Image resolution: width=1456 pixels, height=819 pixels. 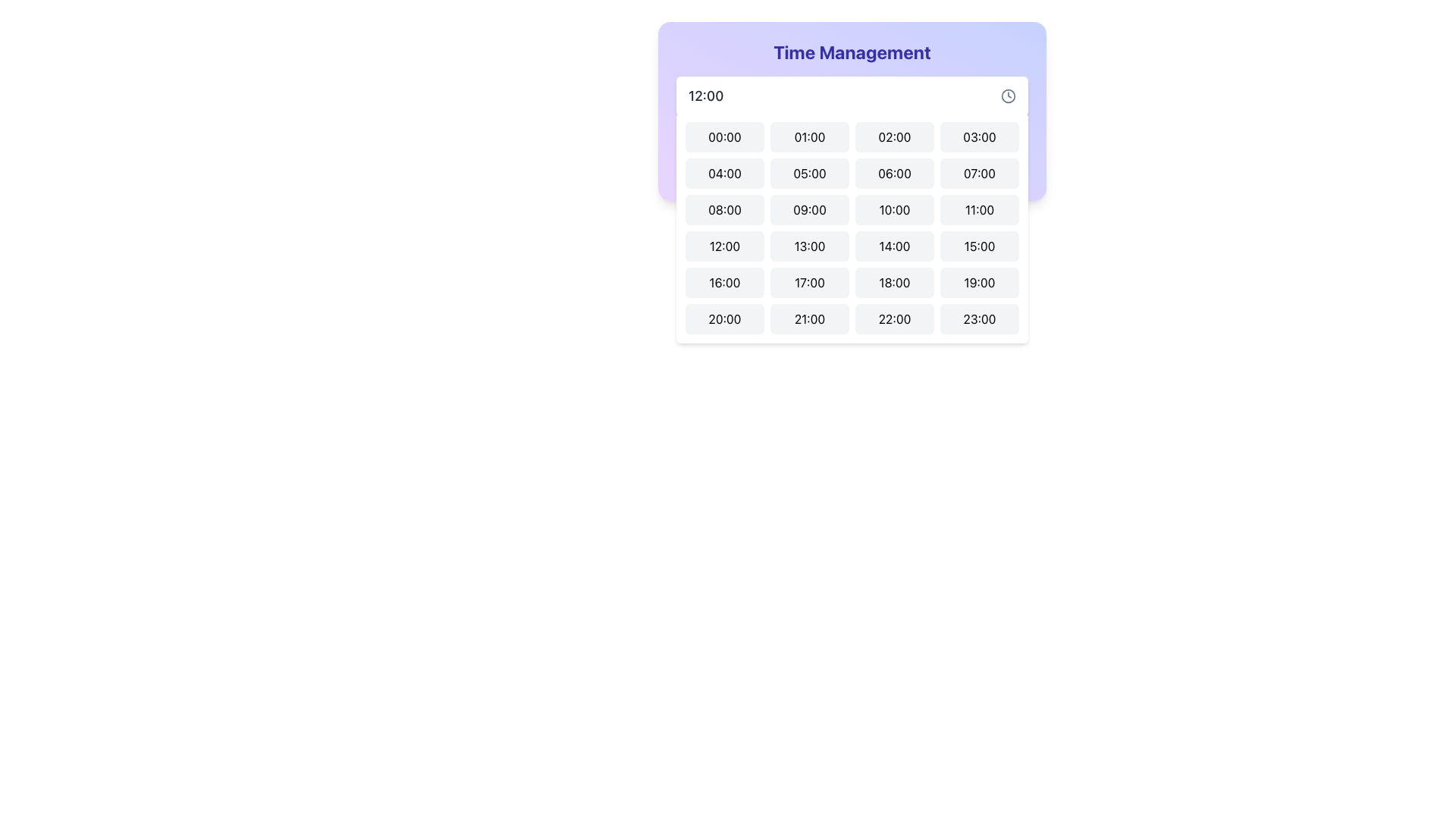 What do you see at coordinates (723, 283) in the screenshot?
I see `the button representing the time '16:00' in the dropdown menu to change its background color` at bounding box center [723, 283].